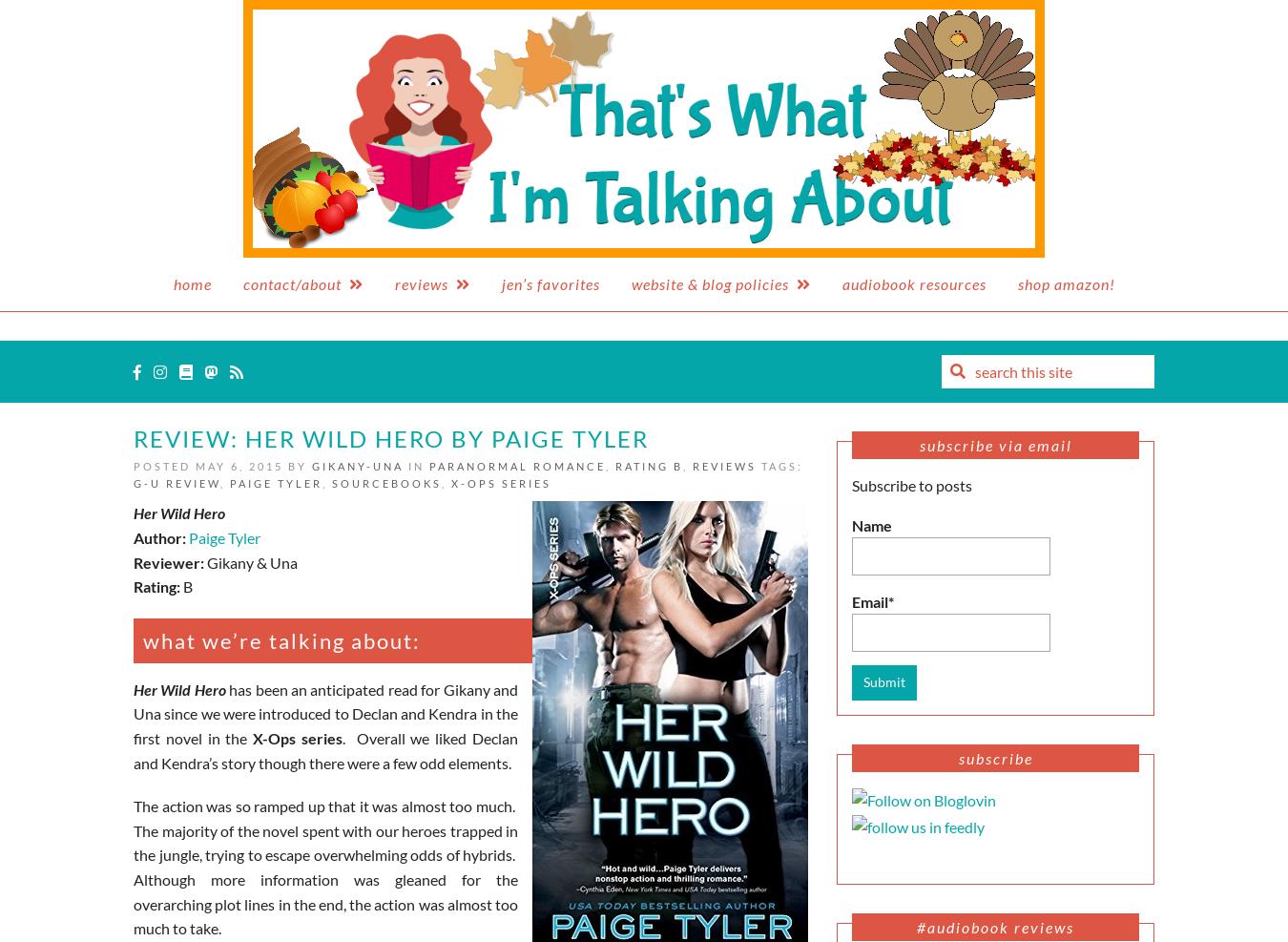 Image resolution: width=1288 pixels, height=942 pixels. What do you see at coordinates (161, 536) in the screenshot?
I see `'Author:'` at bounding box center [161, 536].